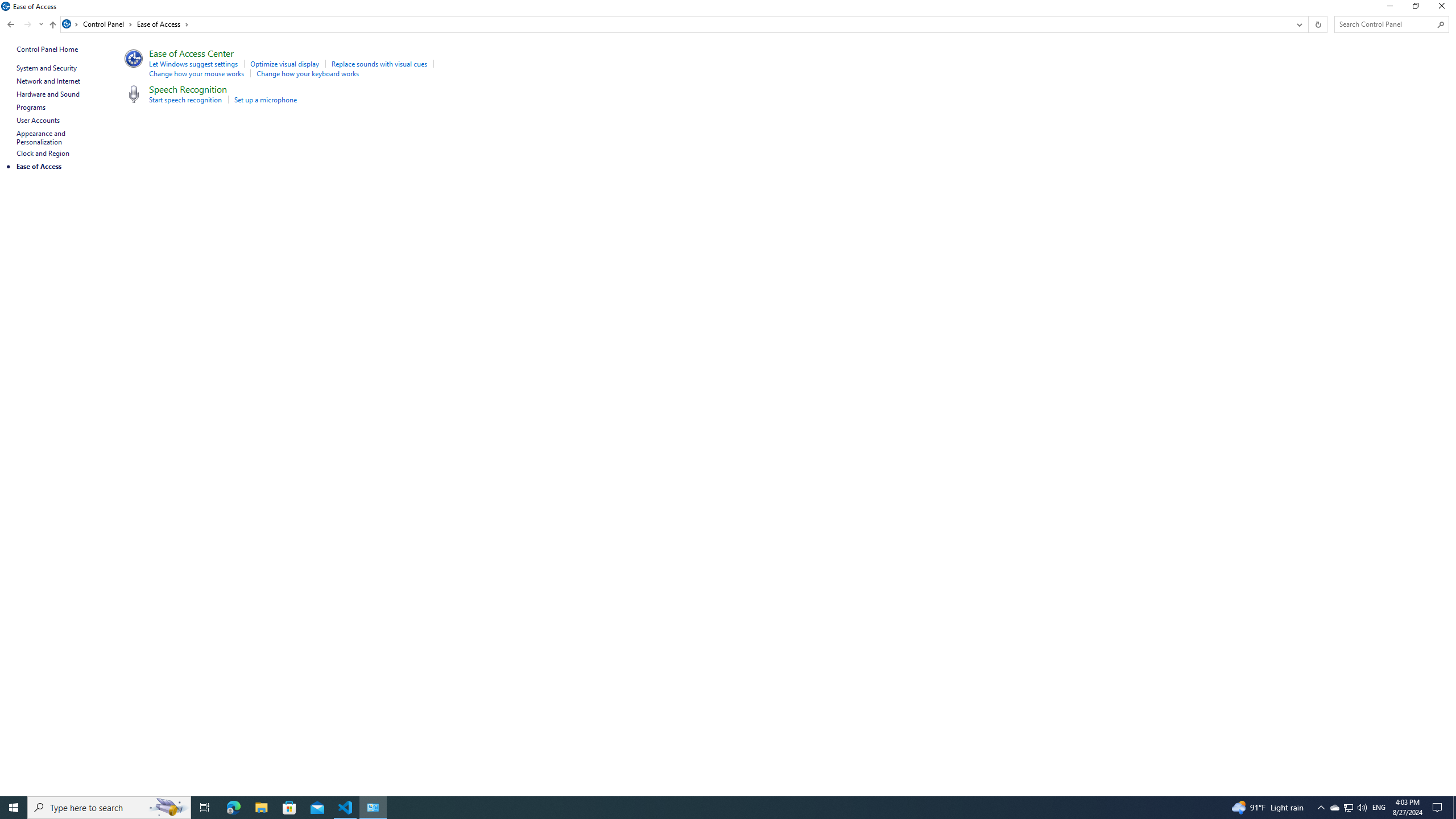 This screenshot has width=1456, height=819. I want to click on 'Start speech recognition', so click(185, 100).